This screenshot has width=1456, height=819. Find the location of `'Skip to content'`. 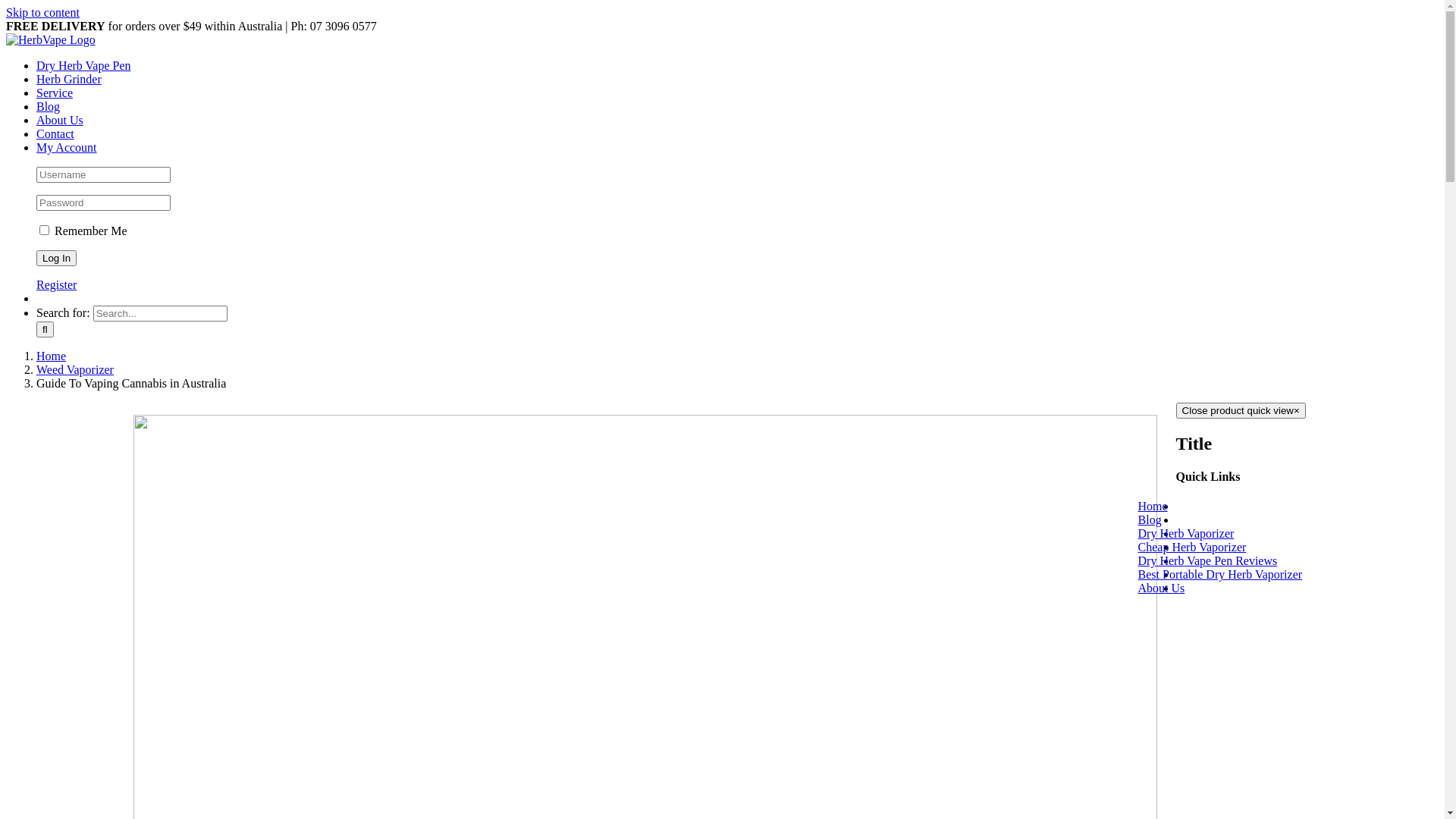

'Skip to content' is located at coordinates (42, 12).